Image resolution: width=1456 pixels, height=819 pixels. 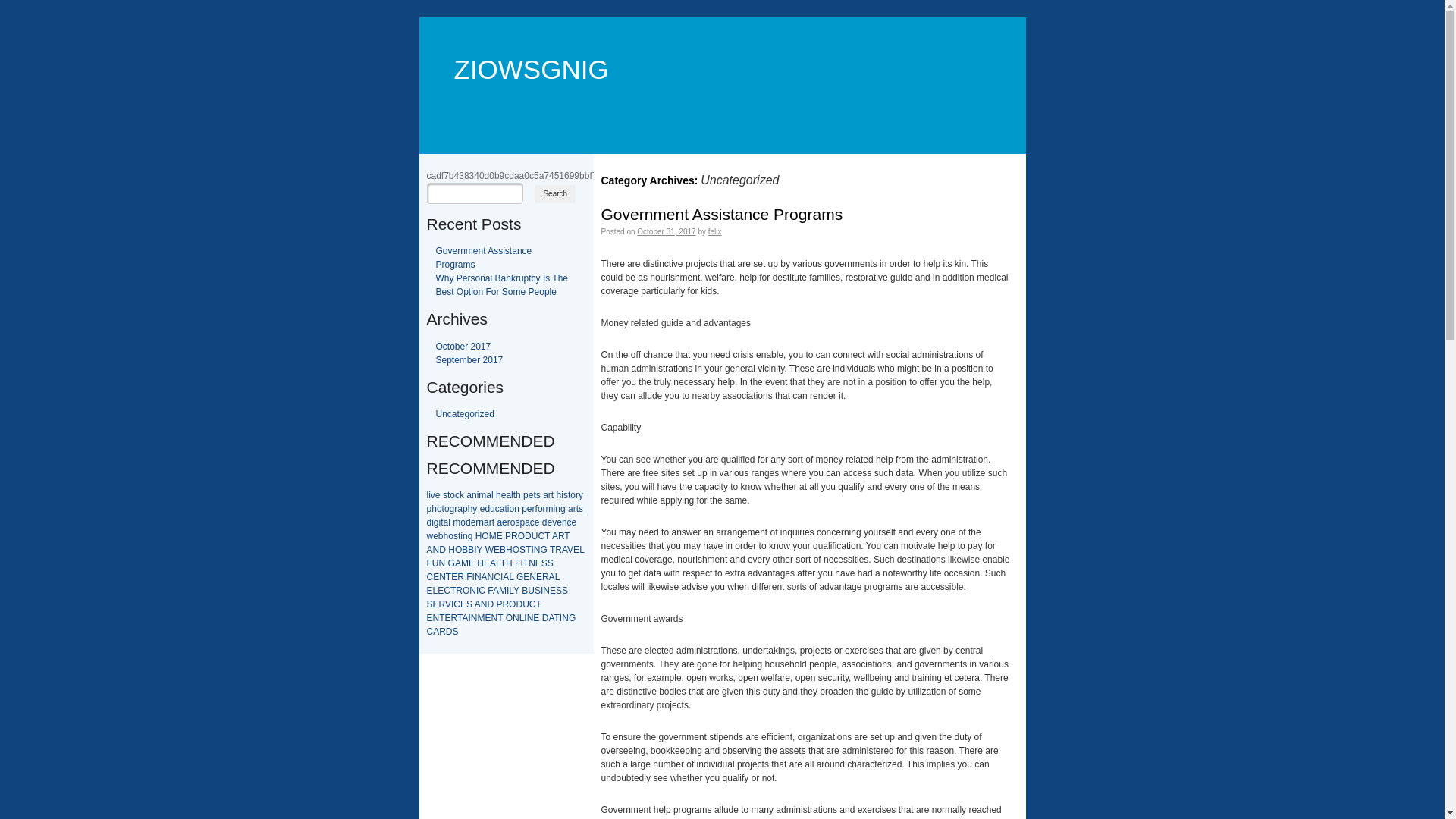 What do you see at coordinates (516, 604) in the screenshot?
I see `'D'` at bounding box center [516, 604].